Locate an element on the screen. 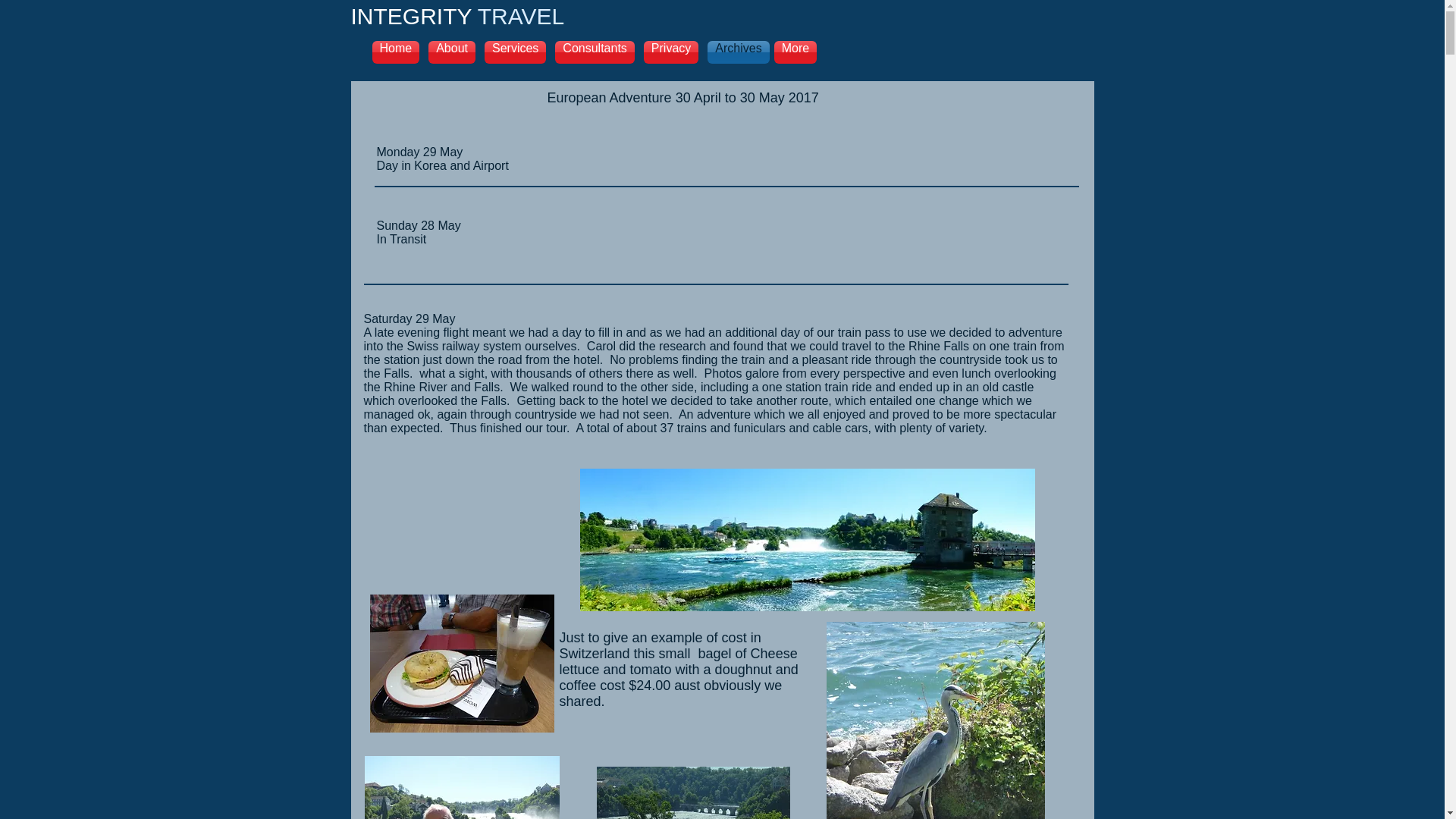 The height and width of the screenshot is (819, 1456). 'Consultants' is located at coordinates (594, 52).